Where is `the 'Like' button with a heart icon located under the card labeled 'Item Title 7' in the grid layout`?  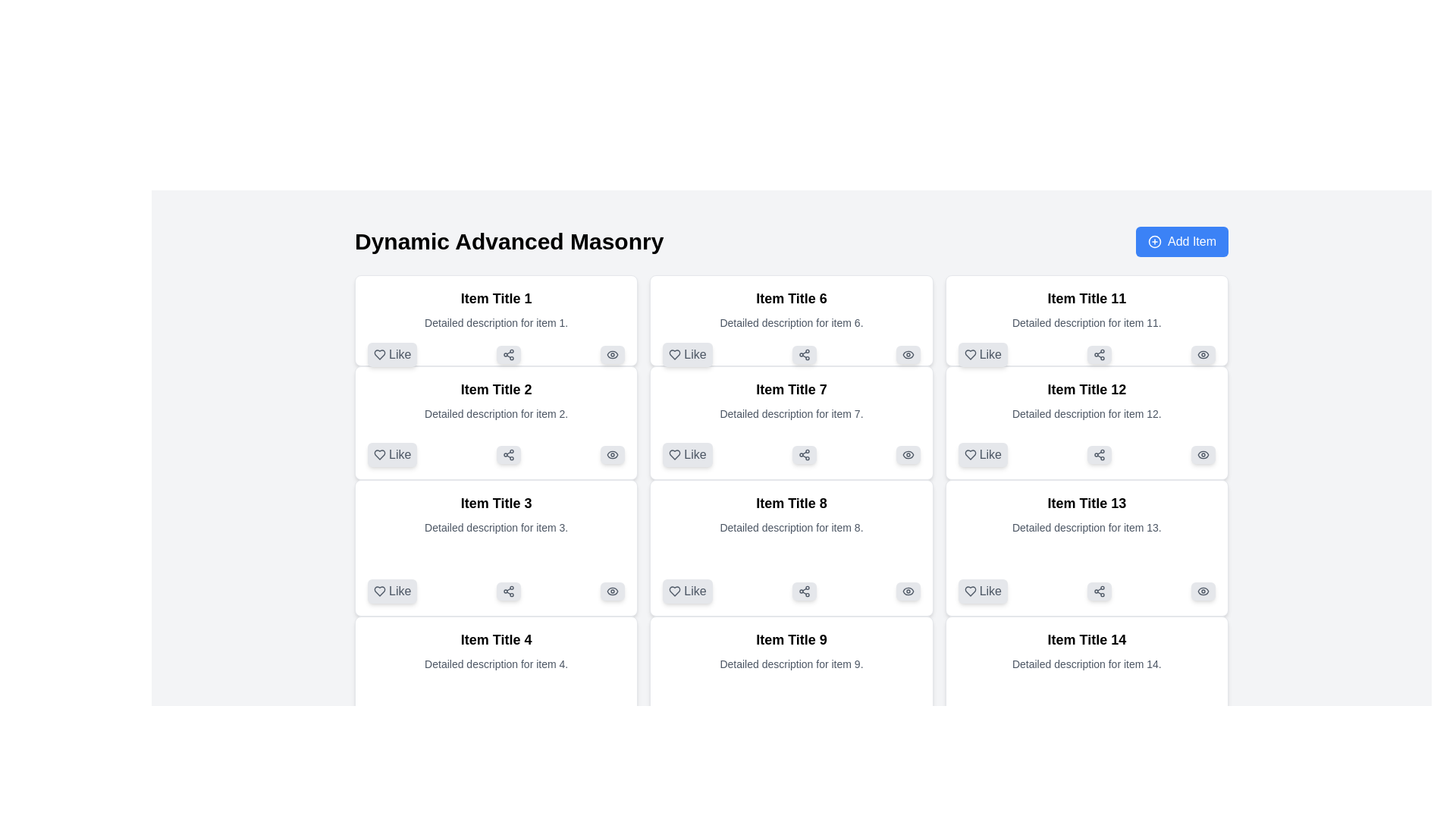
the 'Like' button with a heart icon located under the card labeled 'Item Title 7' in the grid layout is located at coordinates (687, 454).